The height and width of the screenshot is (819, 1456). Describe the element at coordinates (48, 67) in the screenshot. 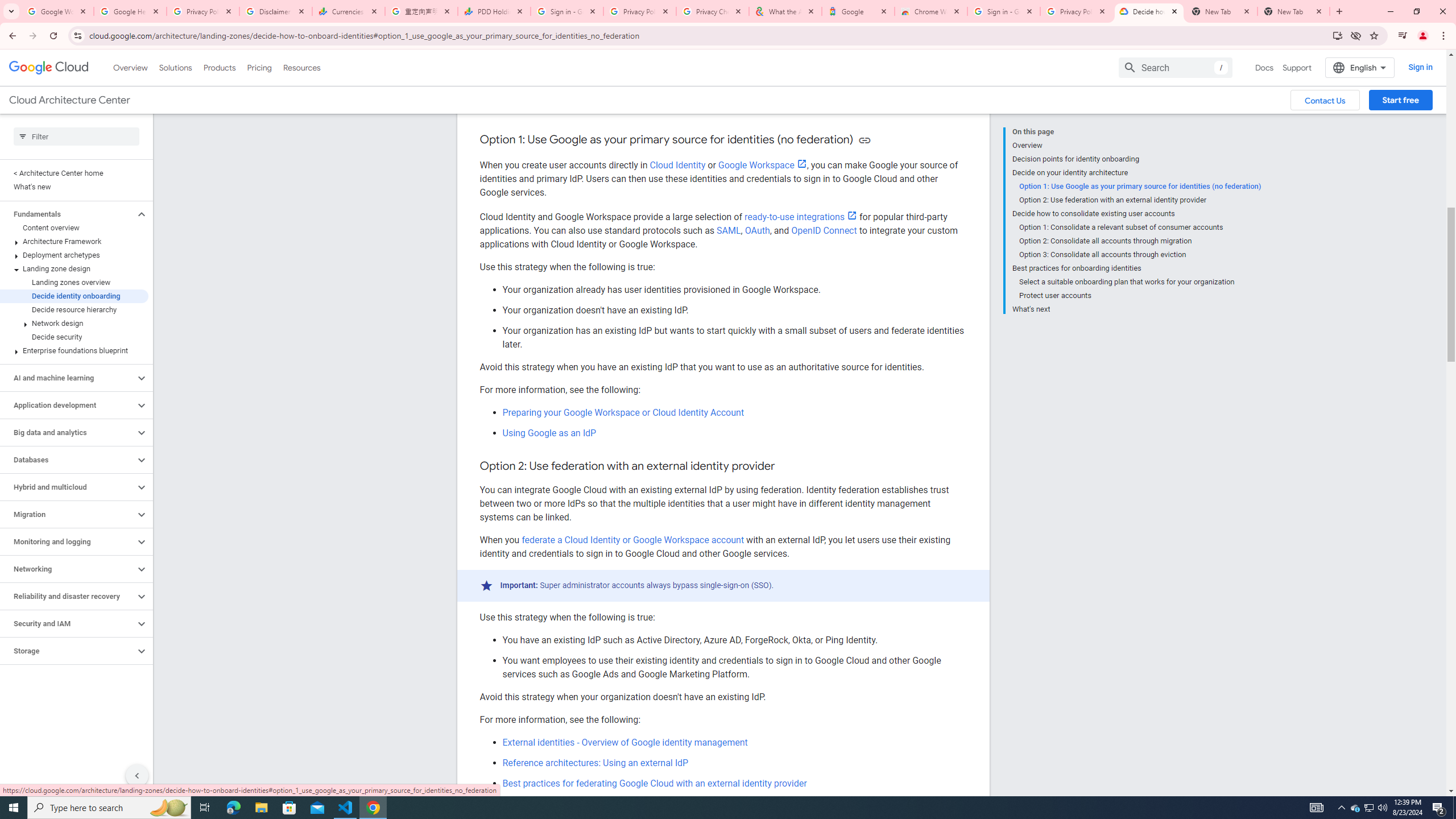

I see `'Google Cloud'` at that location.